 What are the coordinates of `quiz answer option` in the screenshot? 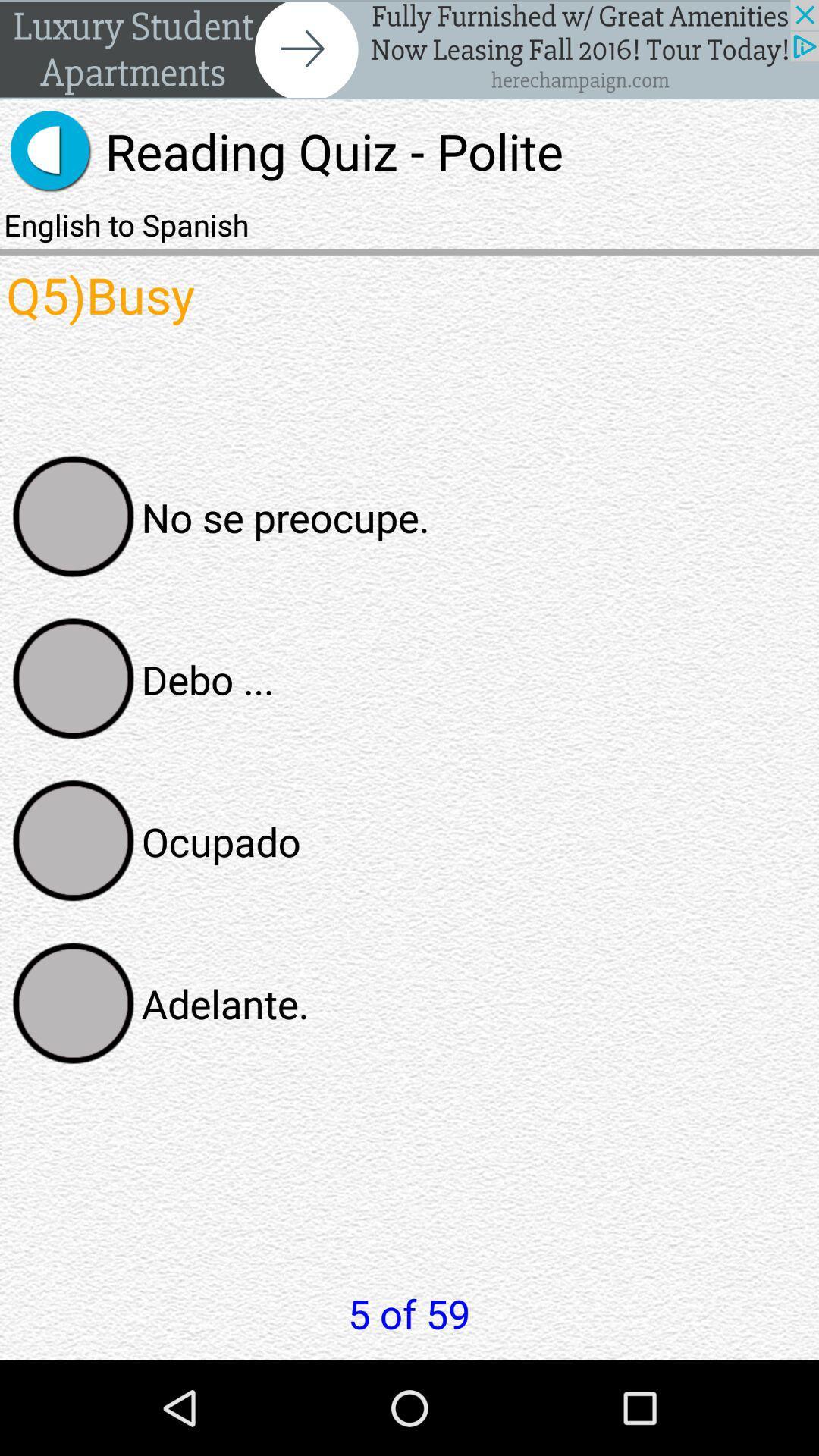 It's located at (74, 1003).